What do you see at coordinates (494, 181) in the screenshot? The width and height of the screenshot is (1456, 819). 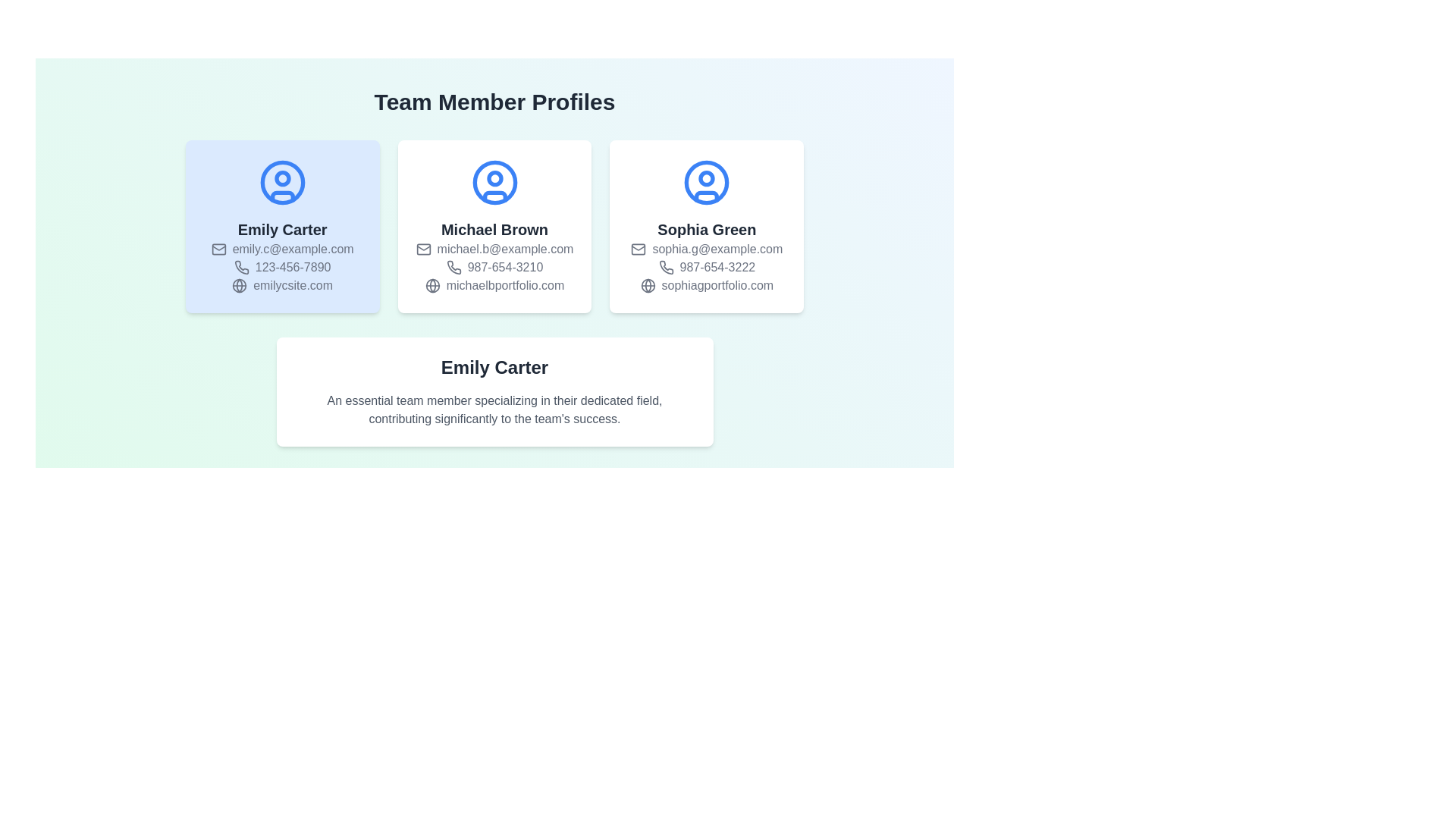 I see `the profile icon representing Michael Brown located at the top of his profile card` at bounding box center [494, 181].